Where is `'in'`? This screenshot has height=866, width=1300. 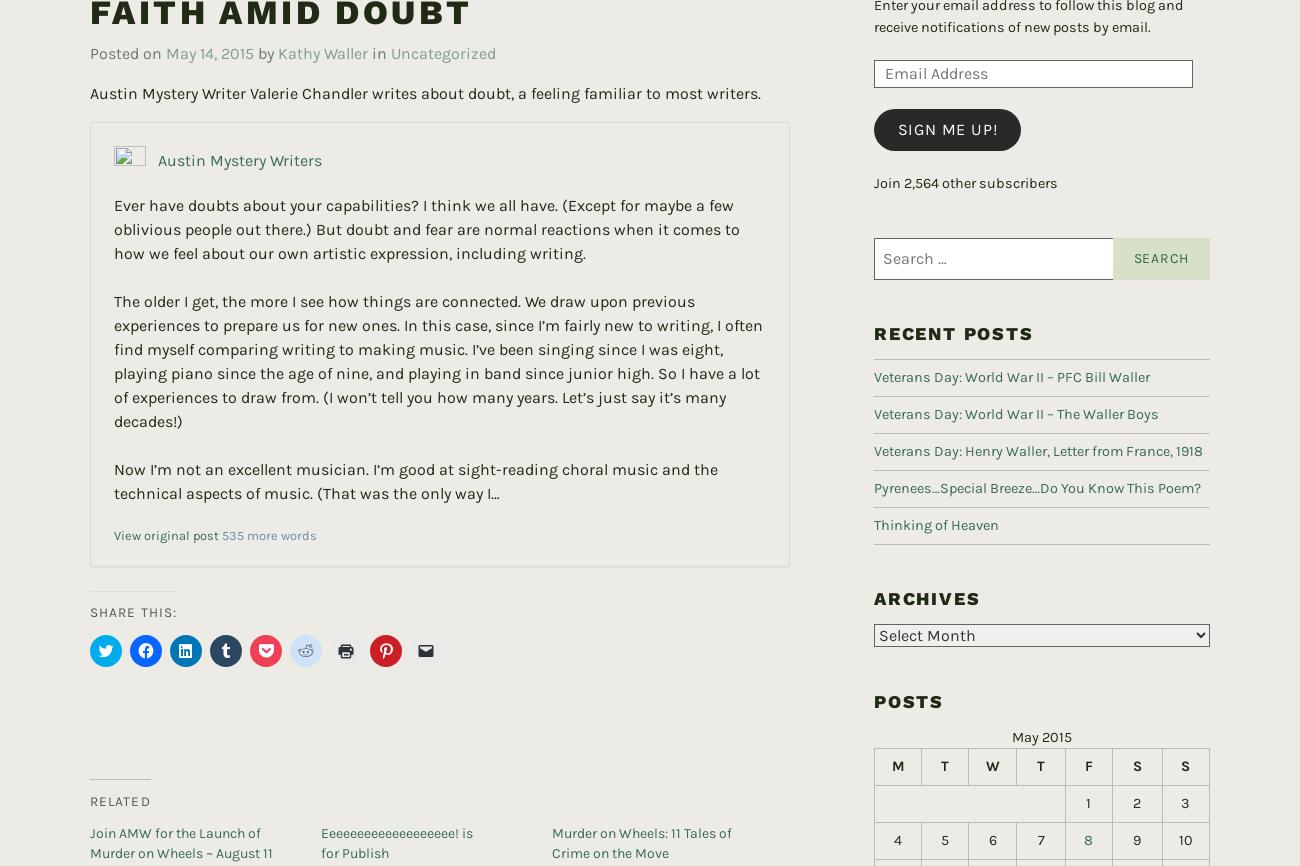
'in' is located at coordinates (378, 21).